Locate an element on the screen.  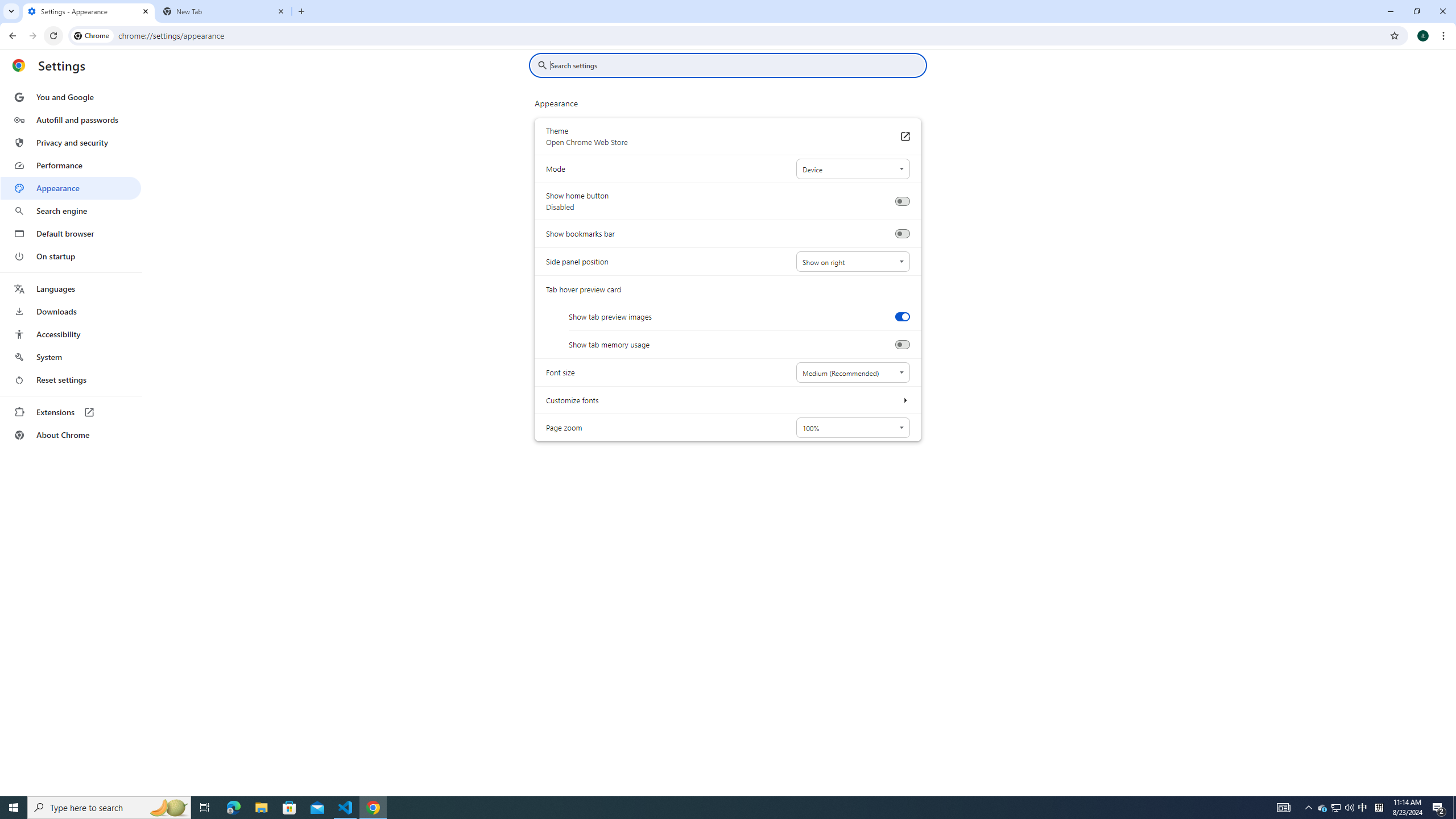
'Show bookmarks bar' is located at coordinates (901, 233).